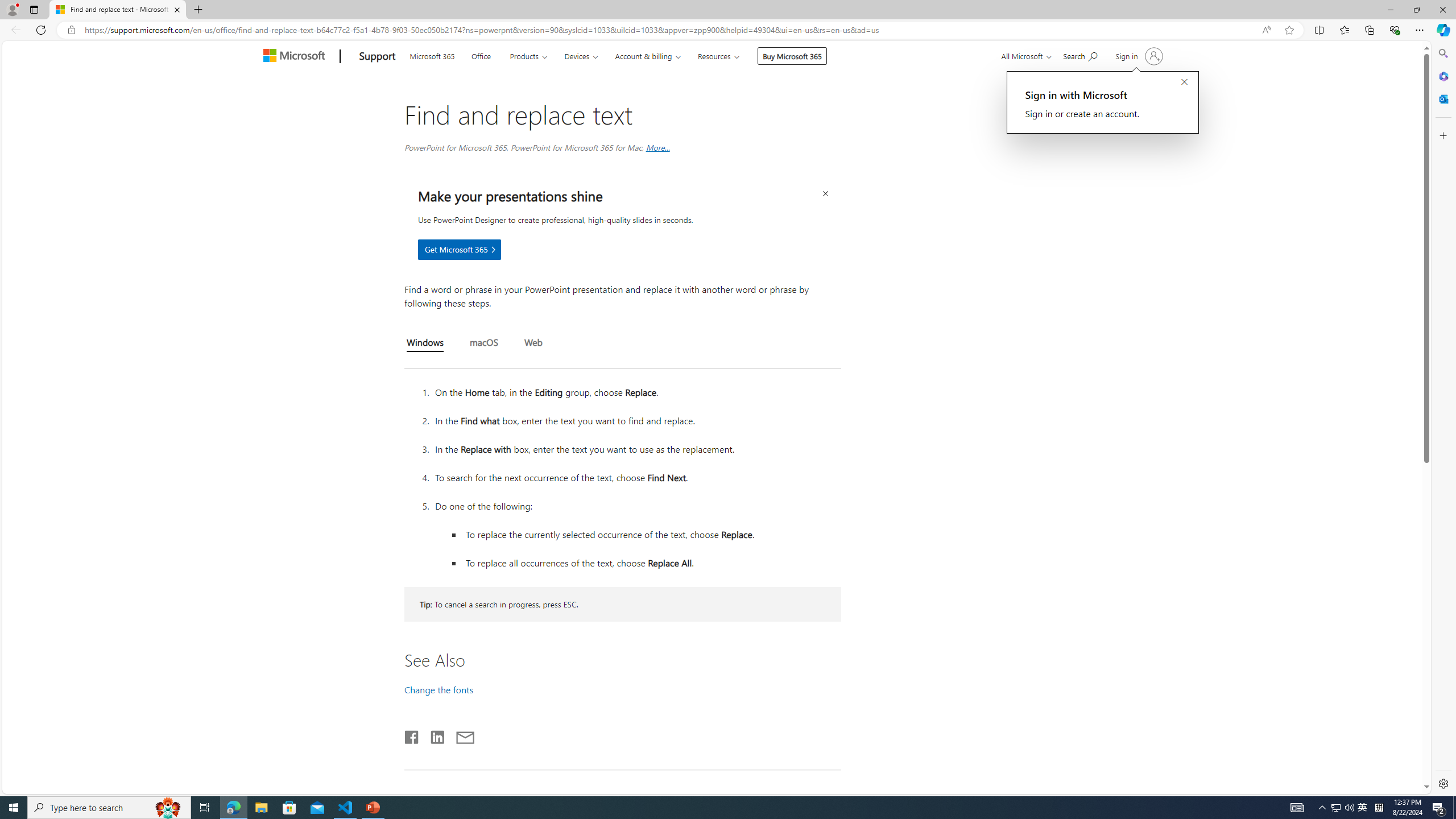 The image size is (1456, 819). What do you see at coordinates (1443, 418) in the screenshot?
I see `'Side bar'` at bounding box center [1443, 418].